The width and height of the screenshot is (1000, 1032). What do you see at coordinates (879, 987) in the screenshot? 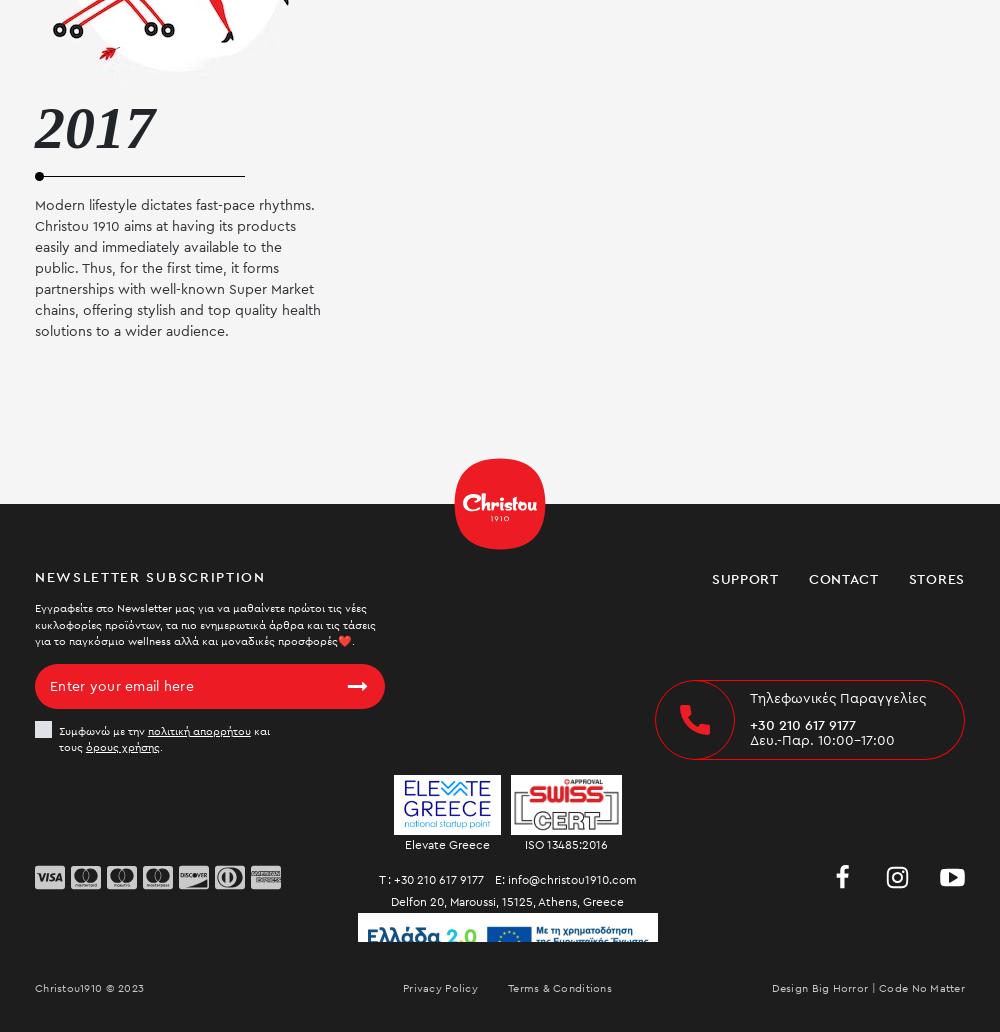
I see `'Code'` at bounding box center [879, 987].